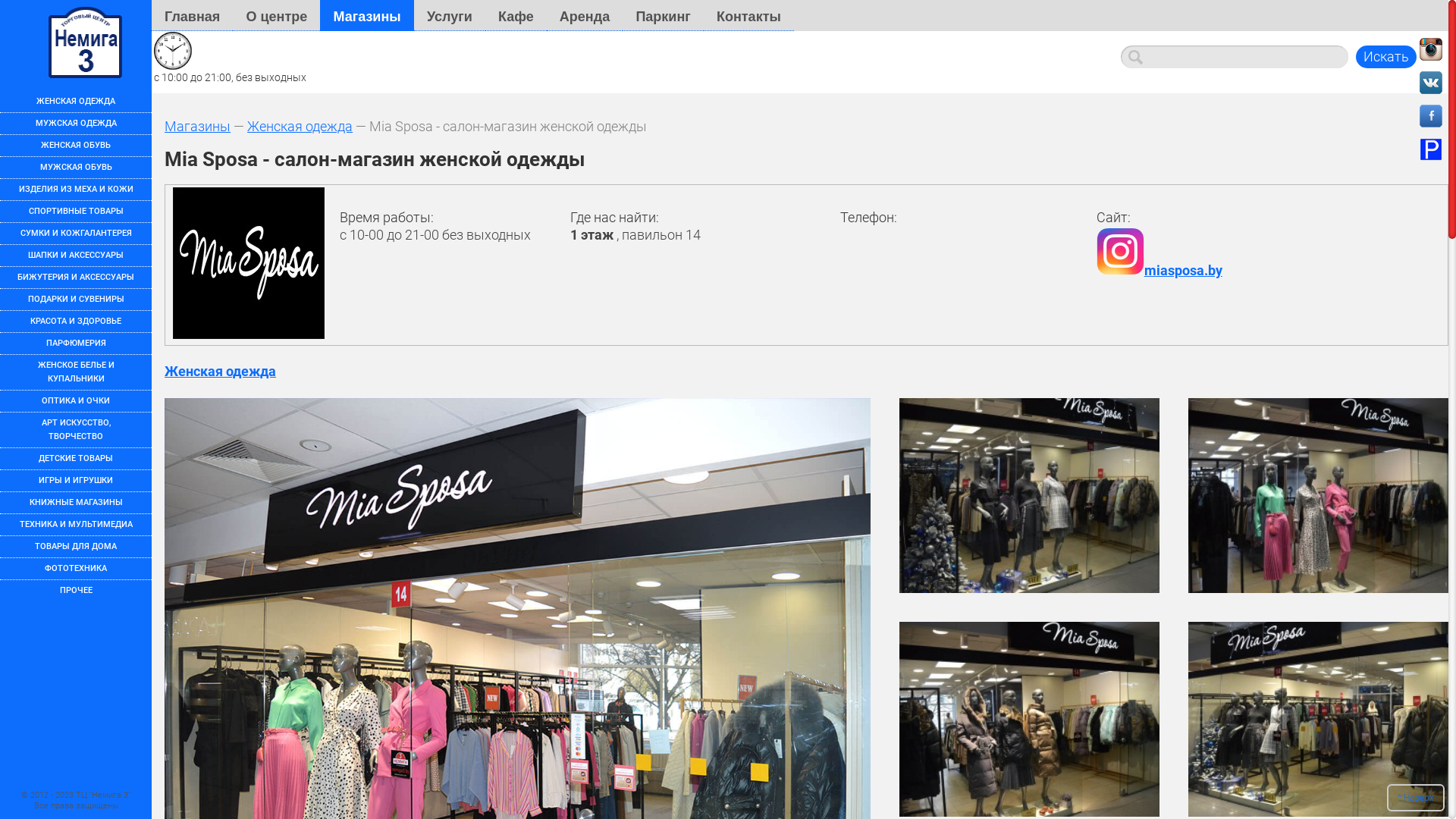 The height and width of the screenshot is (819, 1456). I want to click on 'miasposa.by', so click(1159, 269).